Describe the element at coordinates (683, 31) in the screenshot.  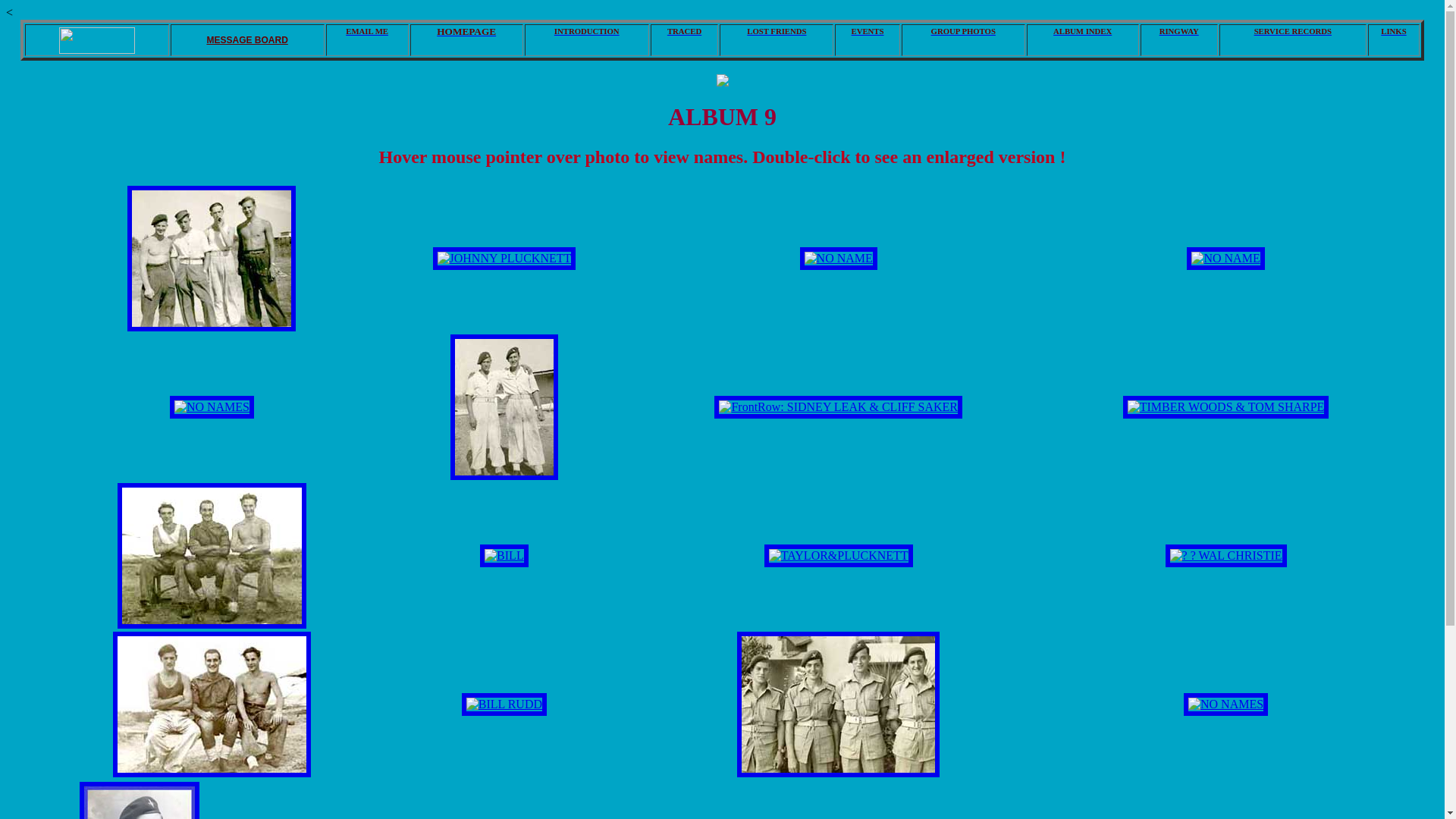
I see `'TRACED'` at that location.